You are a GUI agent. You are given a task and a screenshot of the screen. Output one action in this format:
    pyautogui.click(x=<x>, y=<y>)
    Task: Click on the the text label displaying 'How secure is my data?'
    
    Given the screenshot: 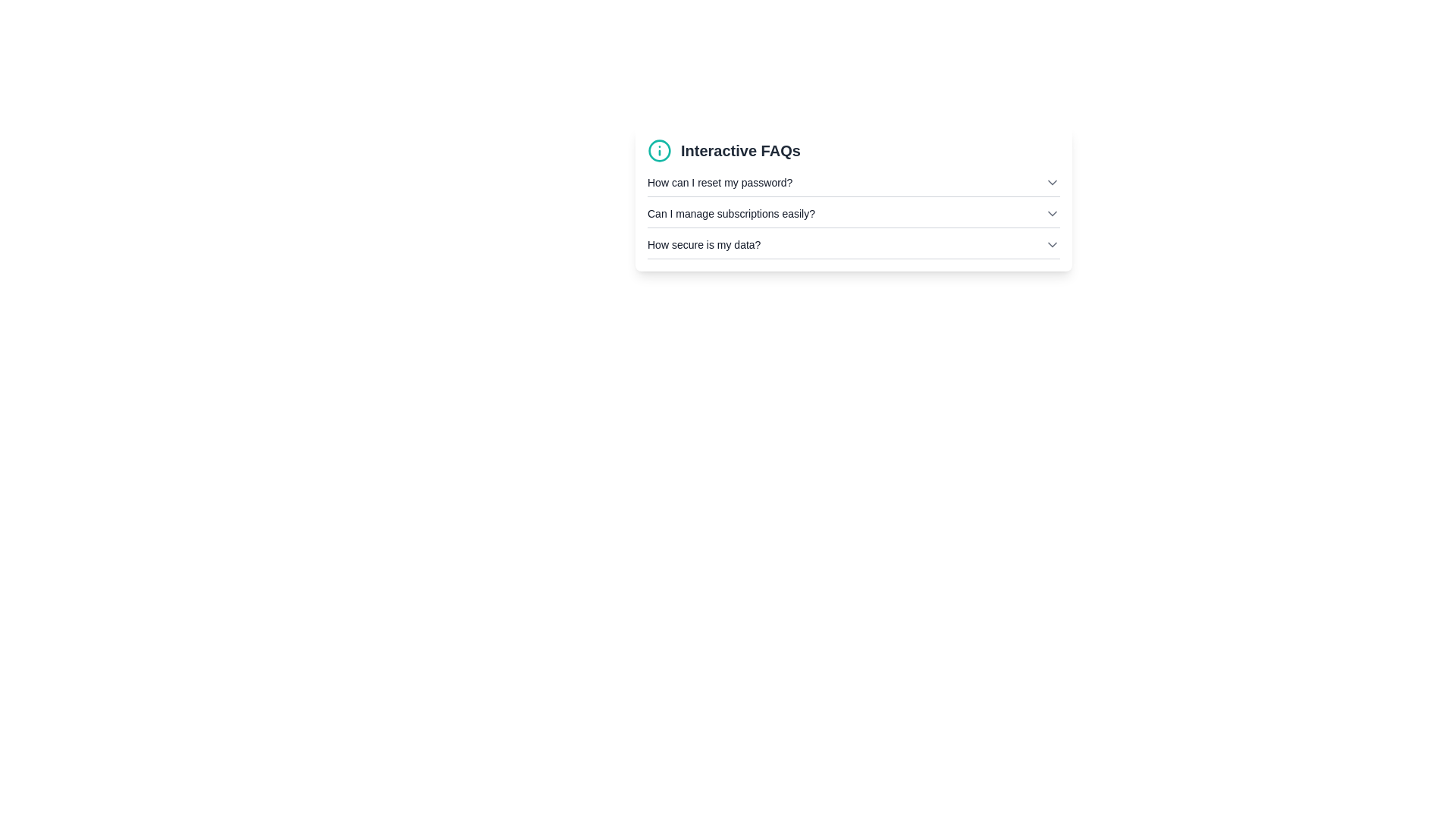 What is the action you would take?
    pyautogui.click(x=703, y=244)
    